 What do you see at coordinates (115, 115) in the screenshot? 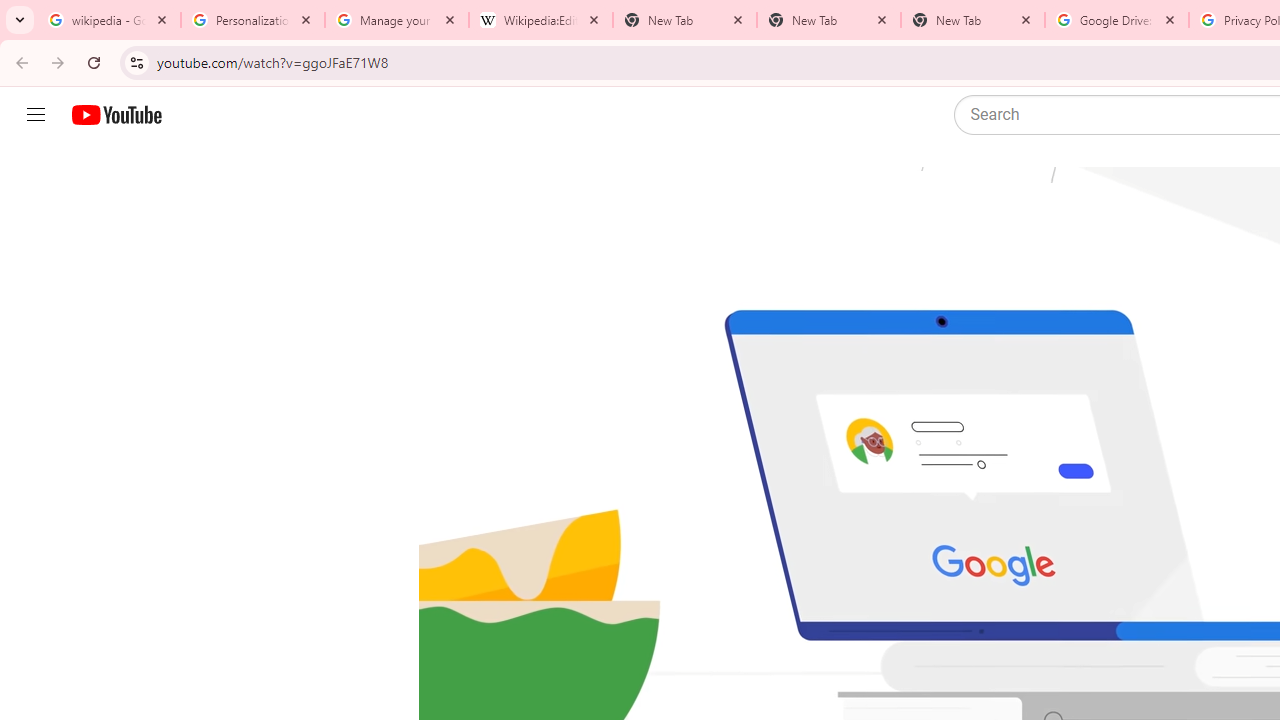
I see `'YouTube Home'` at bounding box center [115, 115].